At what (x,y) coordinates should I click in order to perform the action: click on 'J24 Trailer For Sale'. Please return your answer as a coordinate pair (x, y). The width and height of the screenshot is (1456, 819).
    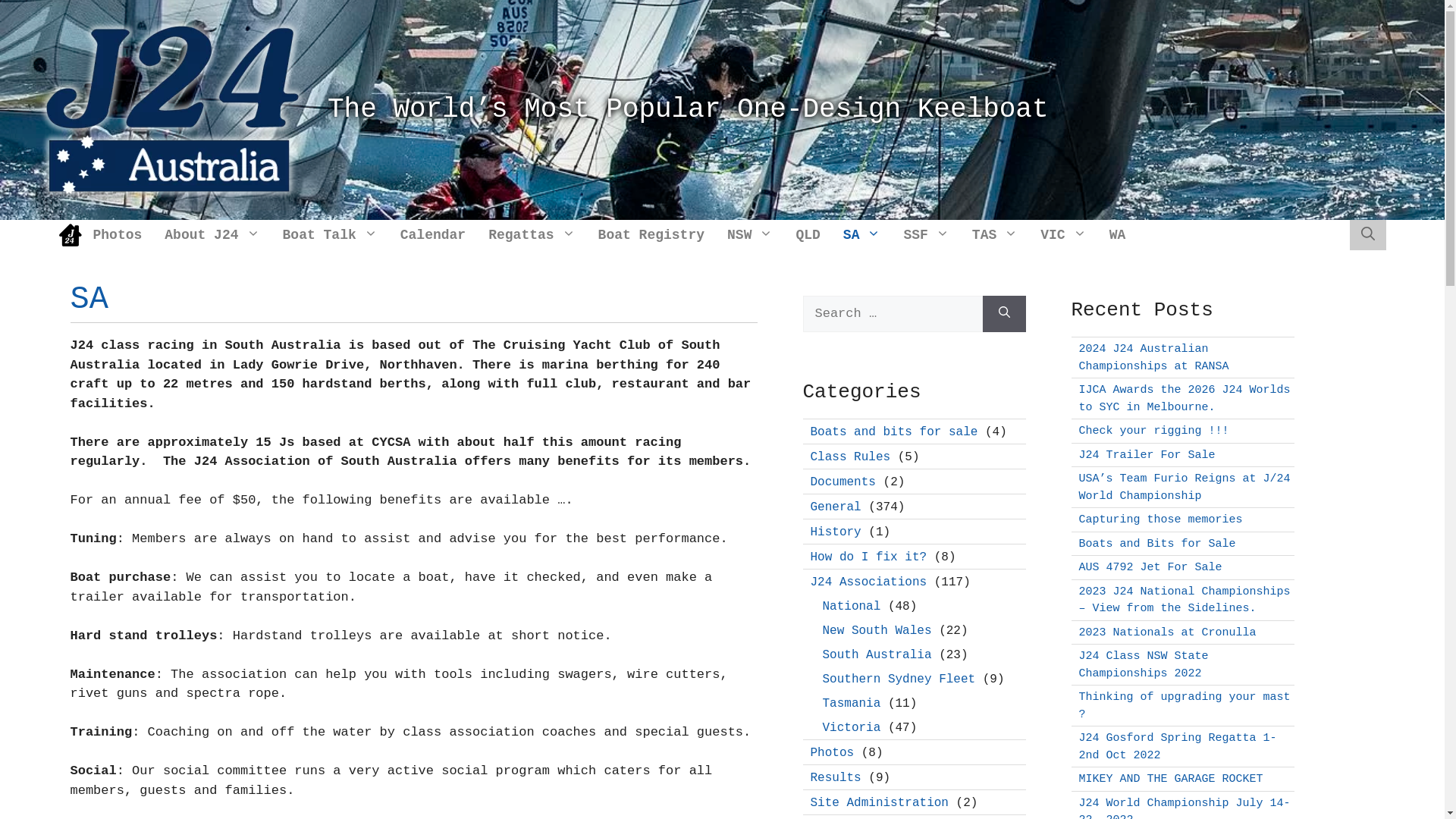
    Looking at the image, I should click on (1147, 454).